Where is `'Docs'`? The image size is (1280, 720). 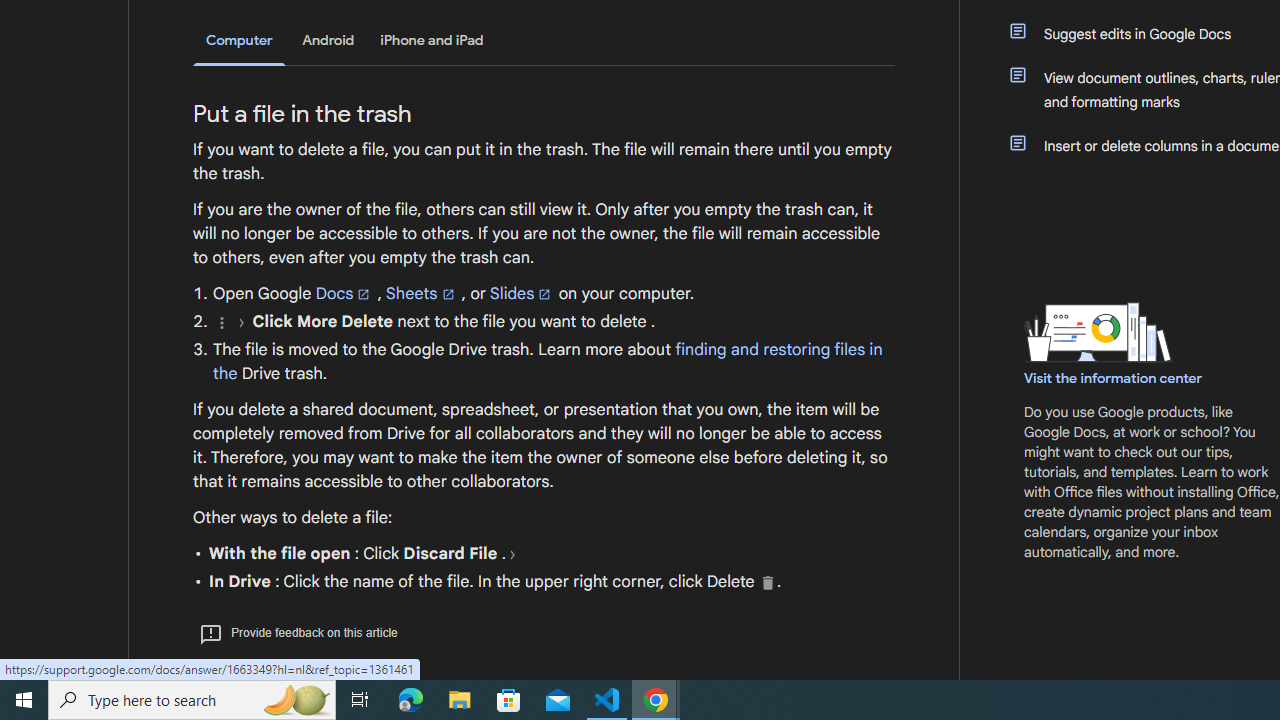
'Docs' is located at coordinates (344, 293).